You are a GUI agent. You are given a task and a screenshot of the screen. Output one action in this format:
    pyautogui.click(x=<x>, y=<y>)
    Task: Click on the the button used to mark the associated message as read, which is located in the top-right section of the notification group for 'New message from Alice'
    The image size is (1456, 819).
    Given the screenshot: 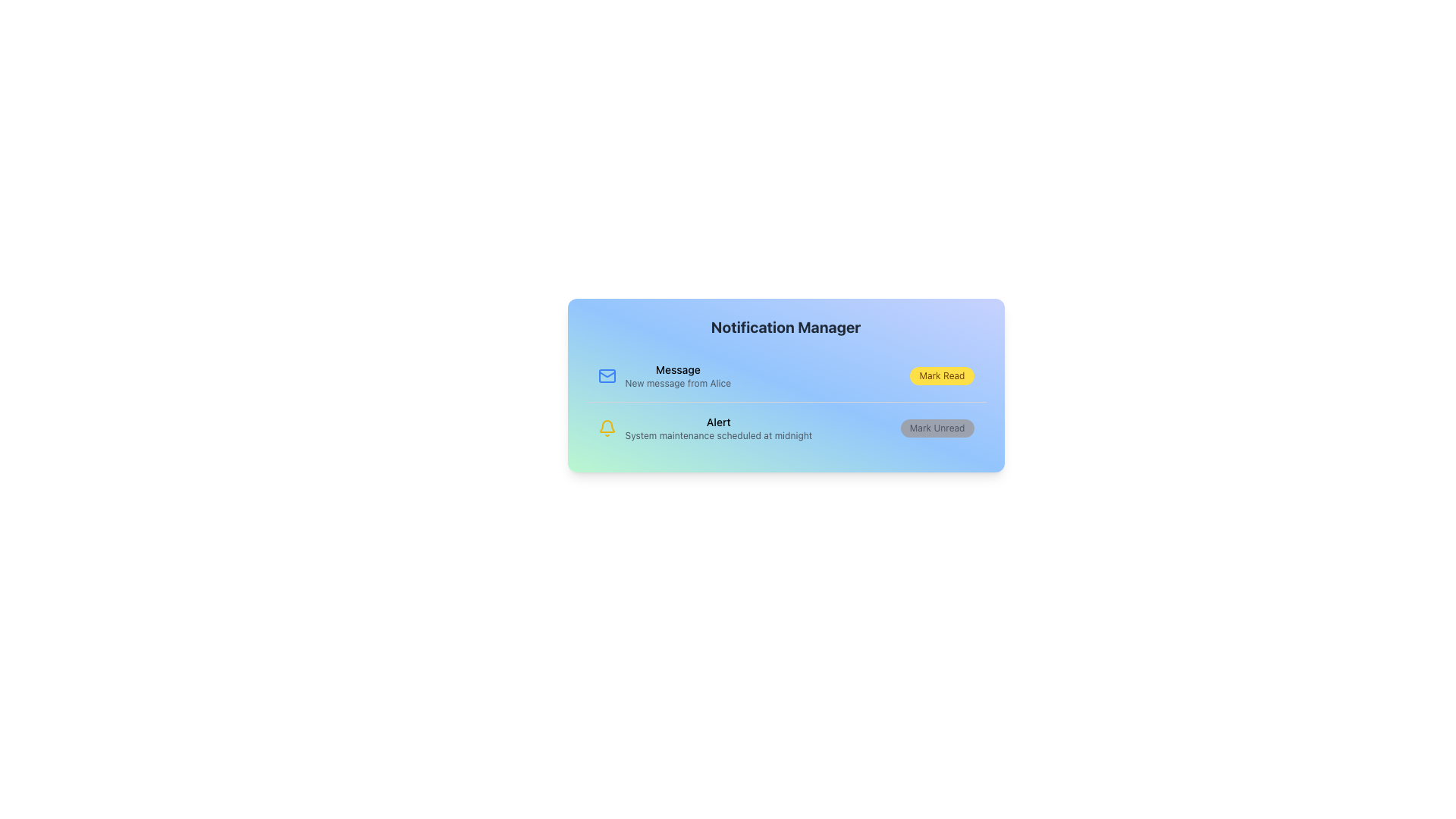 What is the action you would take?
    pyautogui.click(x=941, y=375)
    